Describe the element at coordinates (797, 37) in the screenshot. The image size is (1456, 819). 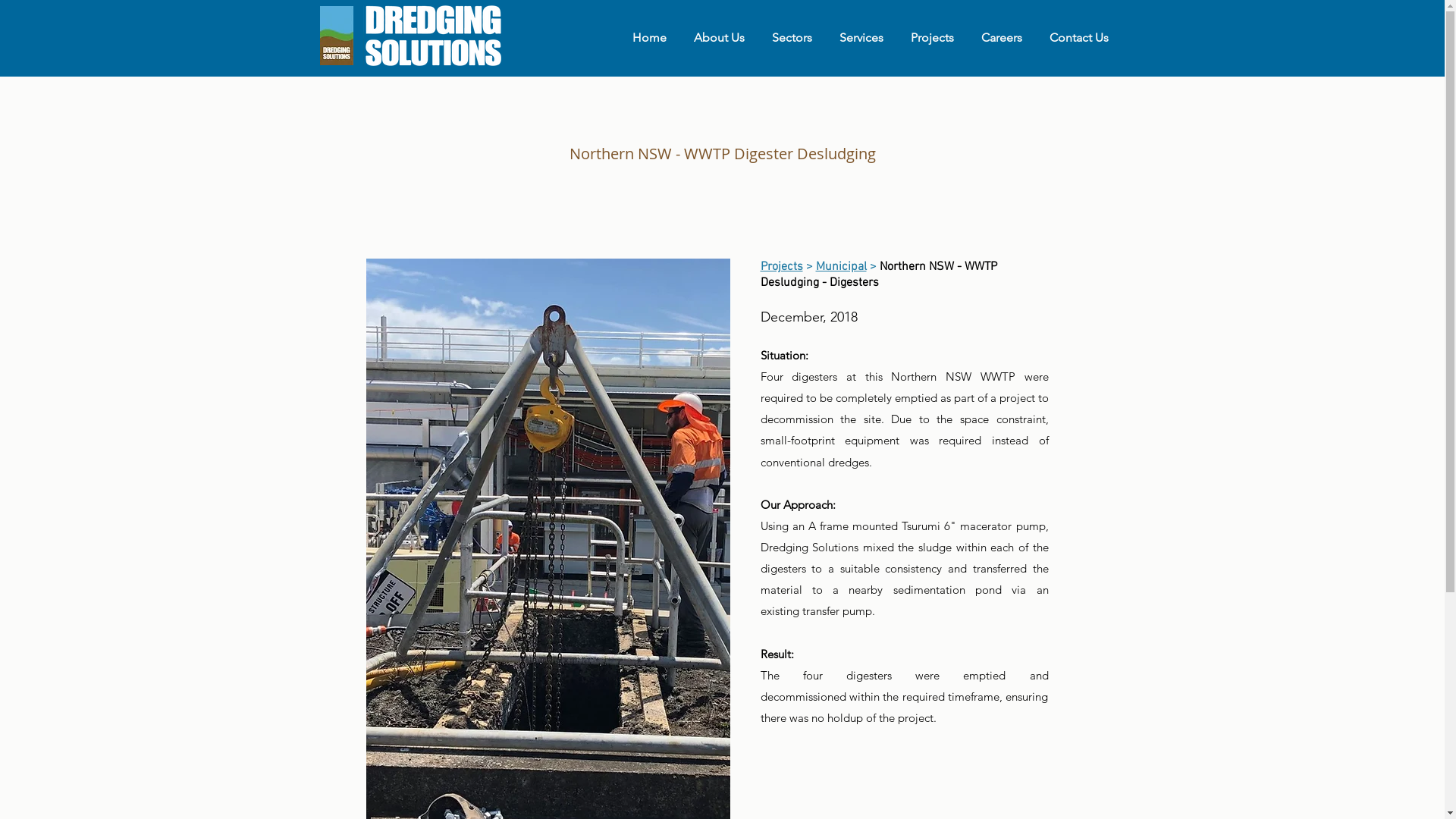
I see `'Sectors'` at that location.